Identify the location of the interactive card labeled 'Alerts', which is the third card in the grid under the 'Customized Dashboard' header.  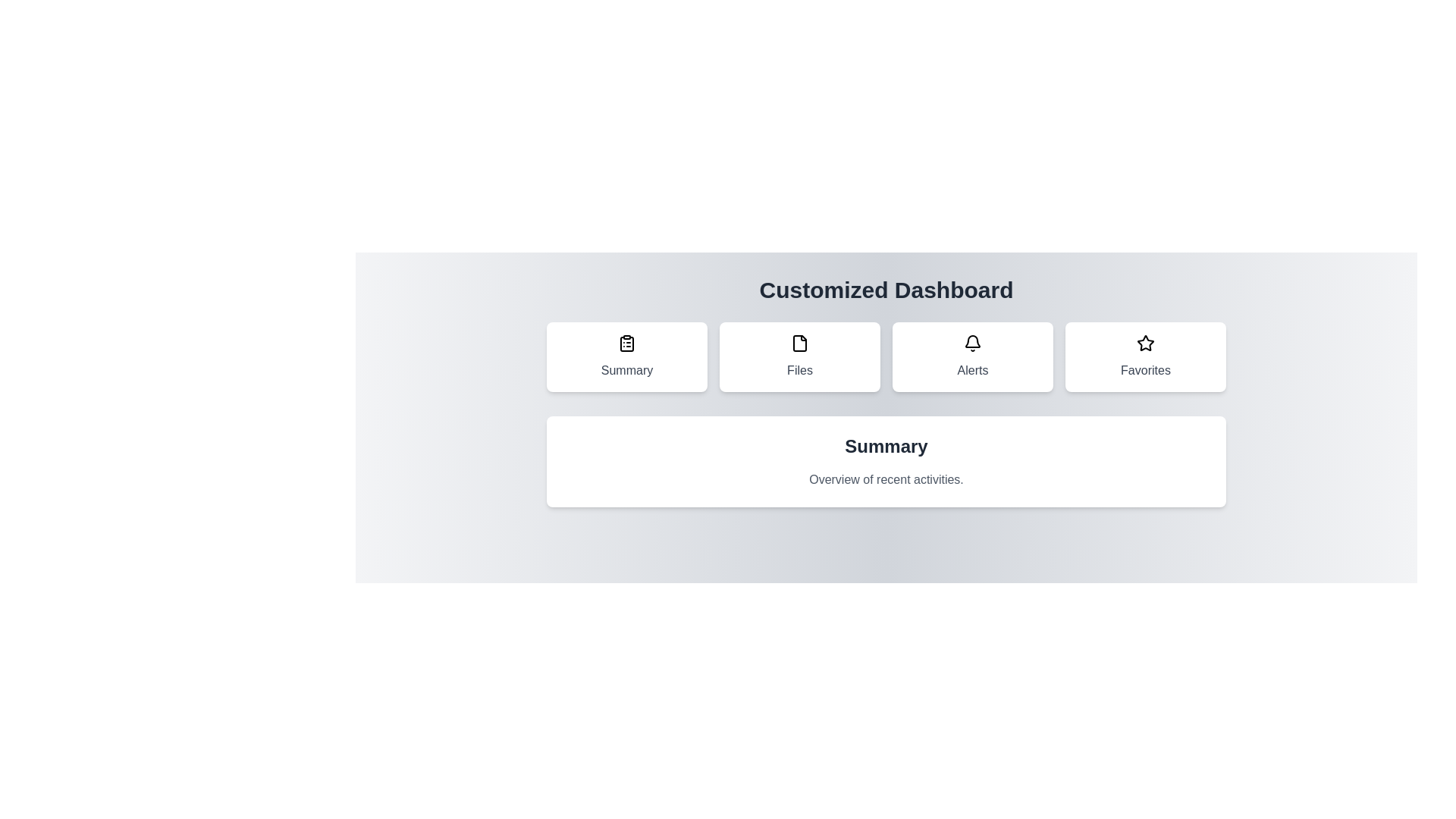
(972, 356).